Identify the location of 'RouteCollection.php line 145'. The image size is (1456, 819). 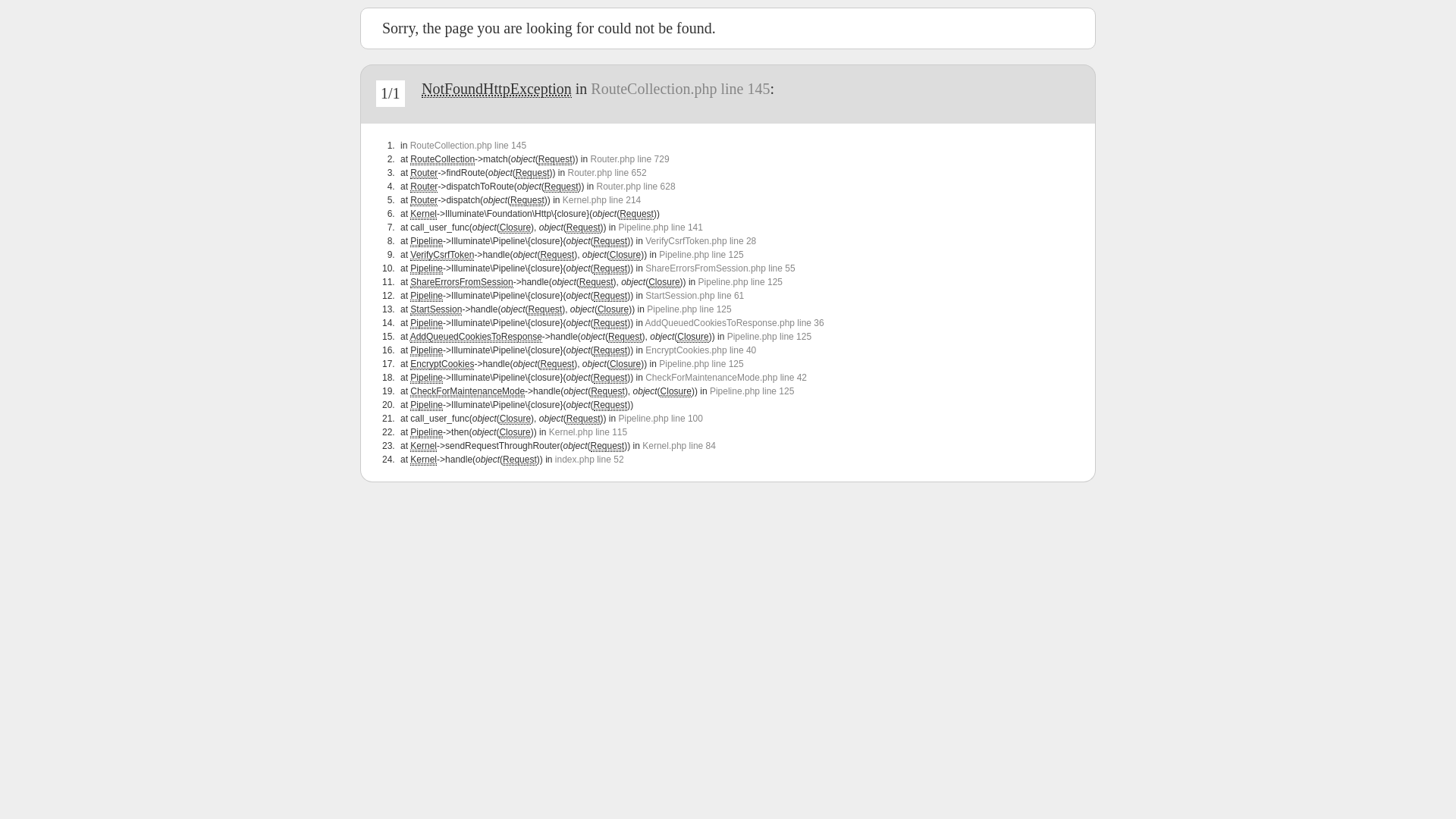
(467, 146).